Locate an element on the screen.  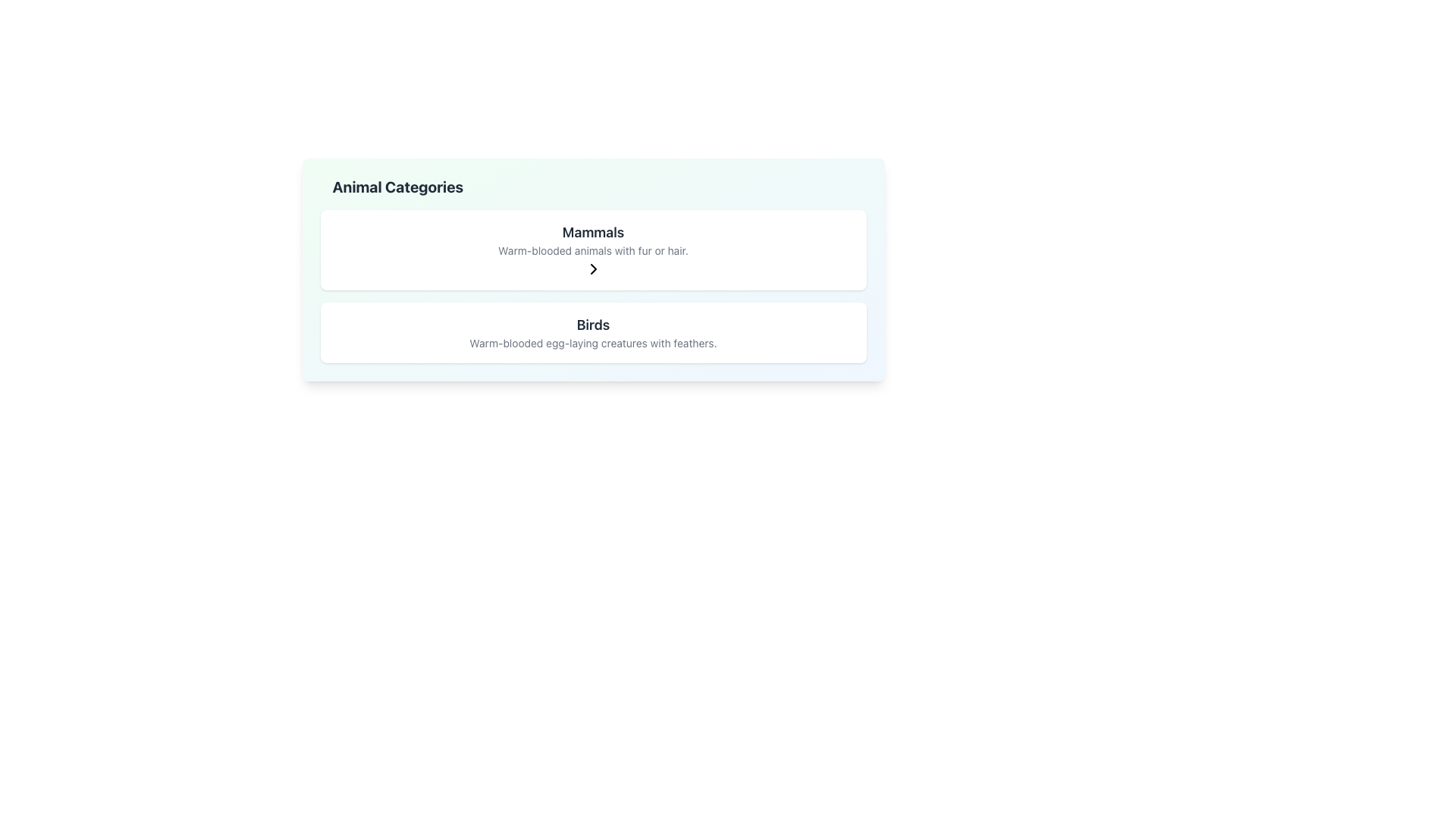
the 'Mammals' text label, which is a bold dark gray headline within the first card of a vertically stacked list of animal categories is located at coordinates (592, 233).